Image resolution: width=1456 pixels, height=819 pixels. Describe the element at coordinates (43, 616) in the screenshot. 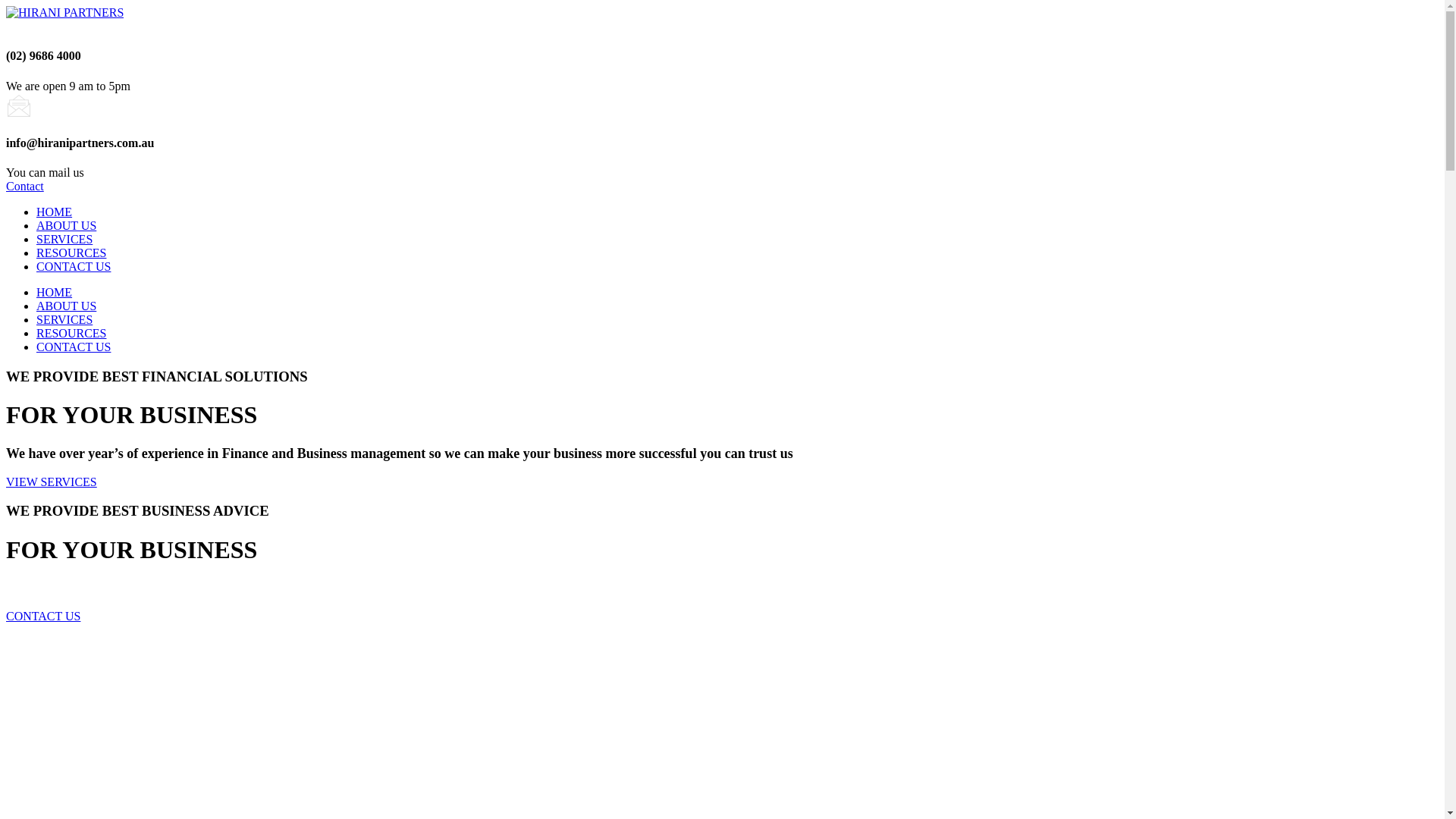

I see `'CONTACT US'` at that location.